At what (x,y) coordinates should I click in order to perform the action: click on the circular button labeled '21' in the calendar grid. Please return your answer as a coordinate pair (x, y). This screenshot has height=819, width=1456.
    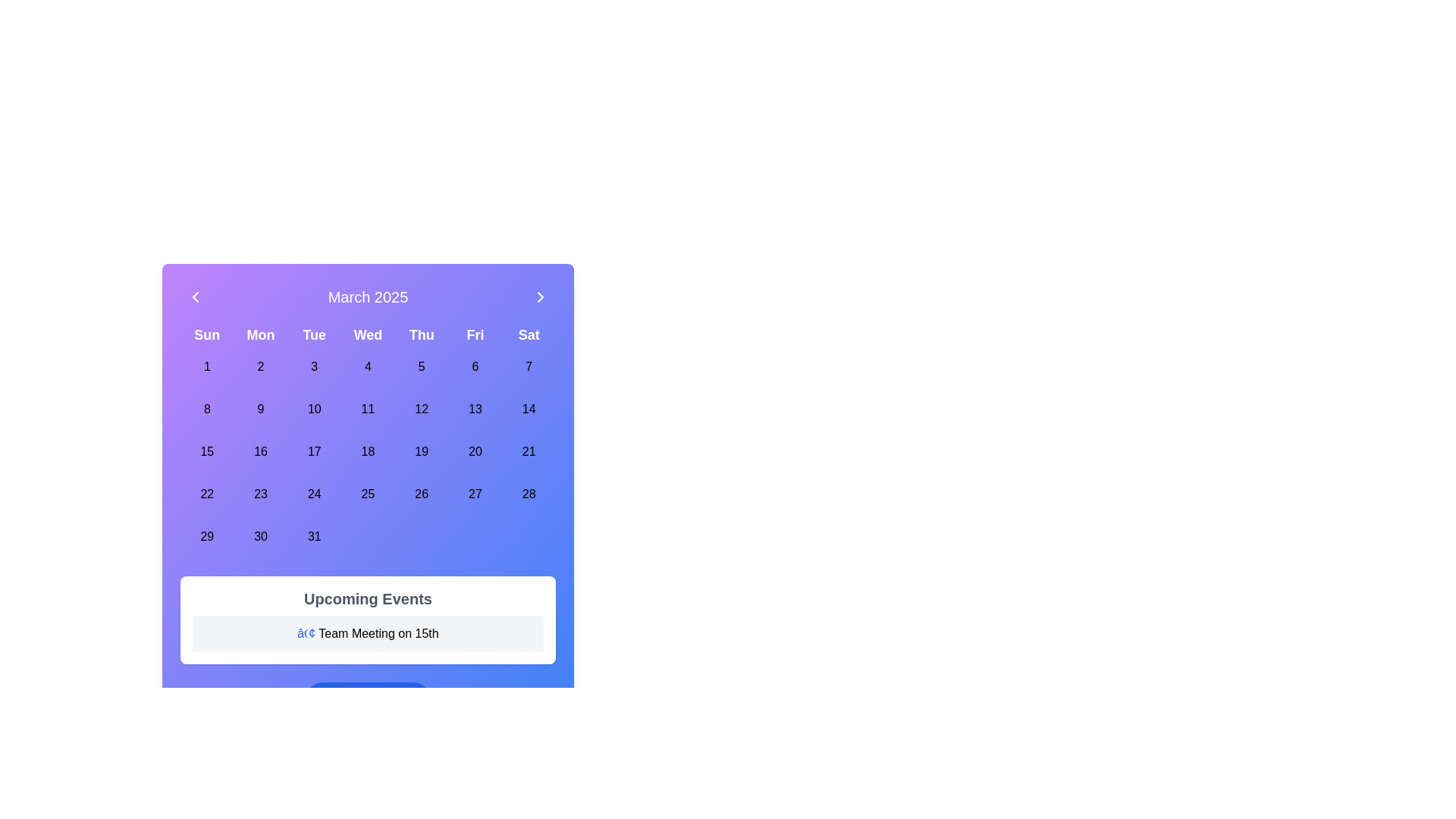
    Looking at the image, I should click on (529, 451).